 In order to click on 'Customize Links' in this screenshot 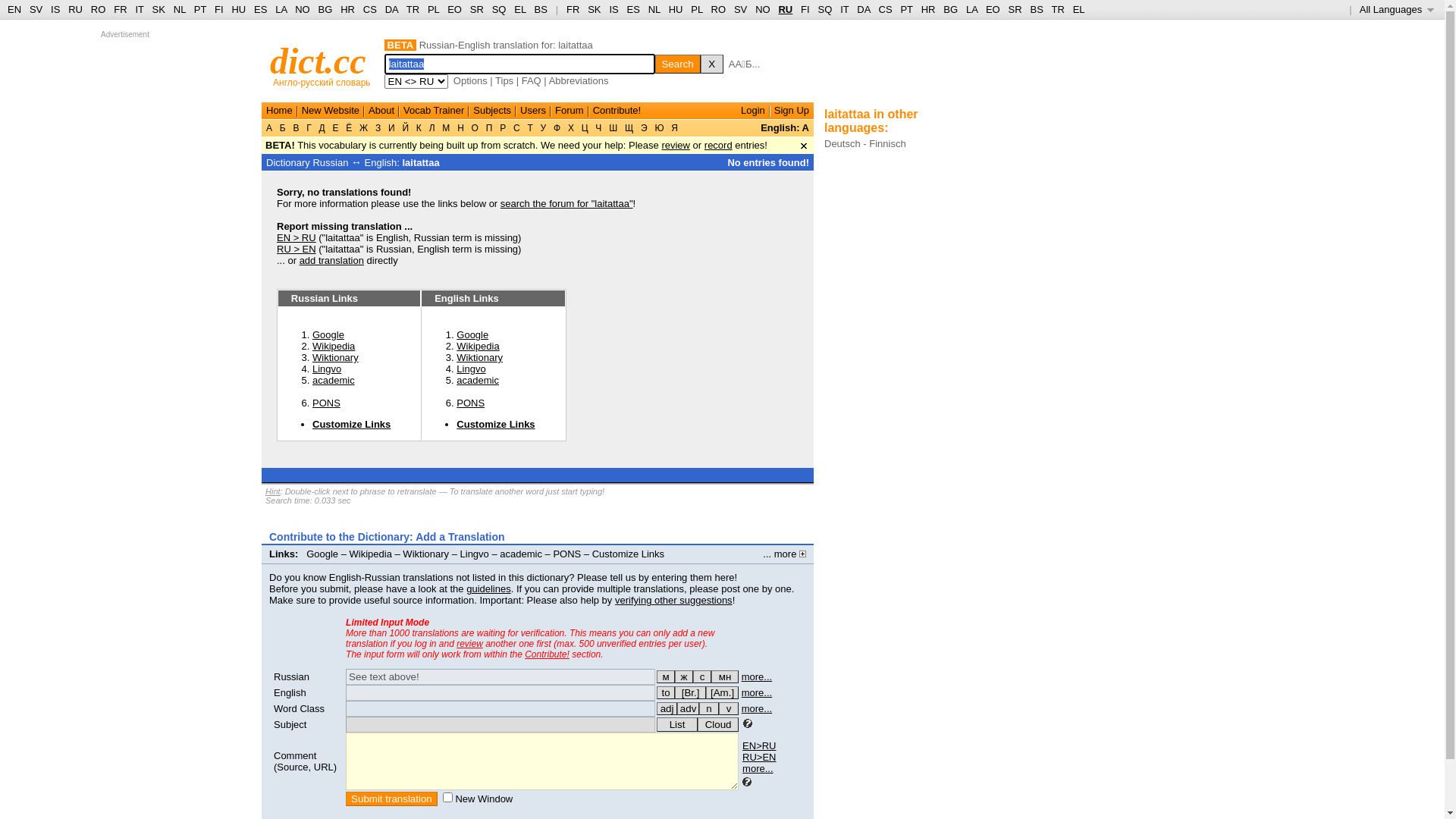, I will do `click(312, 424)`.